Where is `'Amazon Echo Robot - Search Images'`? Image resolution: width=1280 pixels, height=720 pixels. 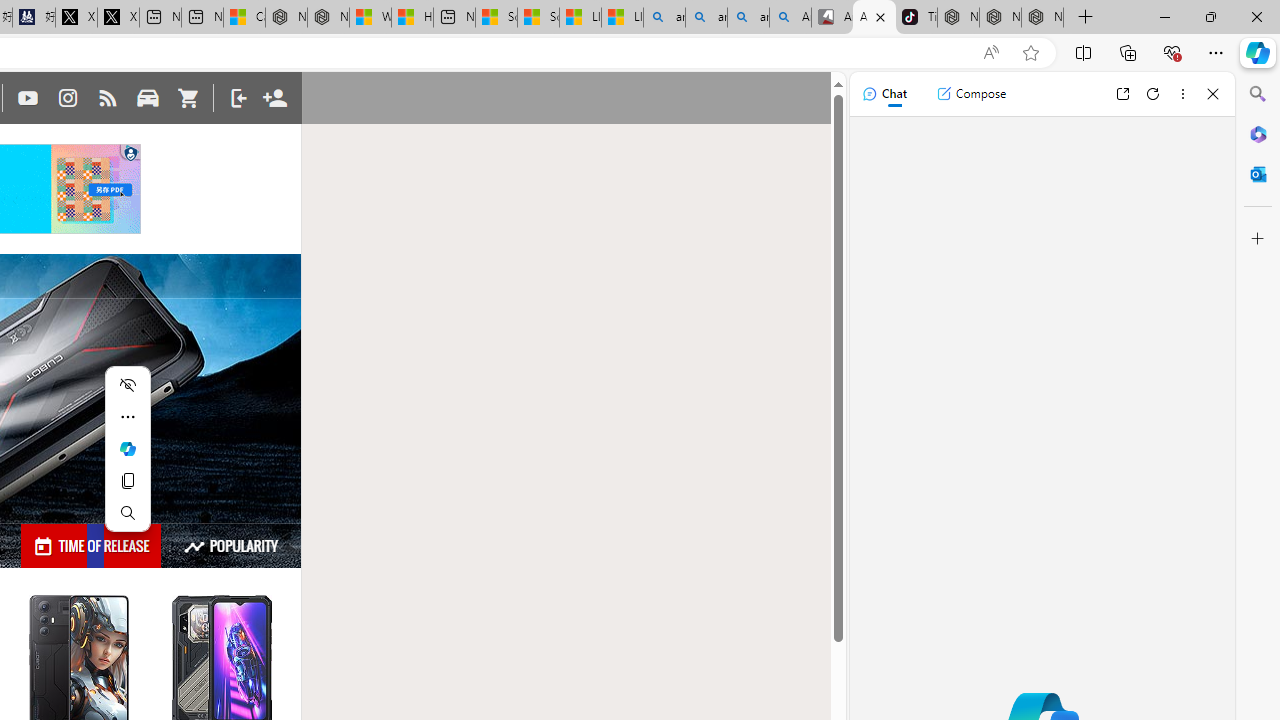
'Amazon Echo Robot - Search Images' is located at coordinates (790, 17).